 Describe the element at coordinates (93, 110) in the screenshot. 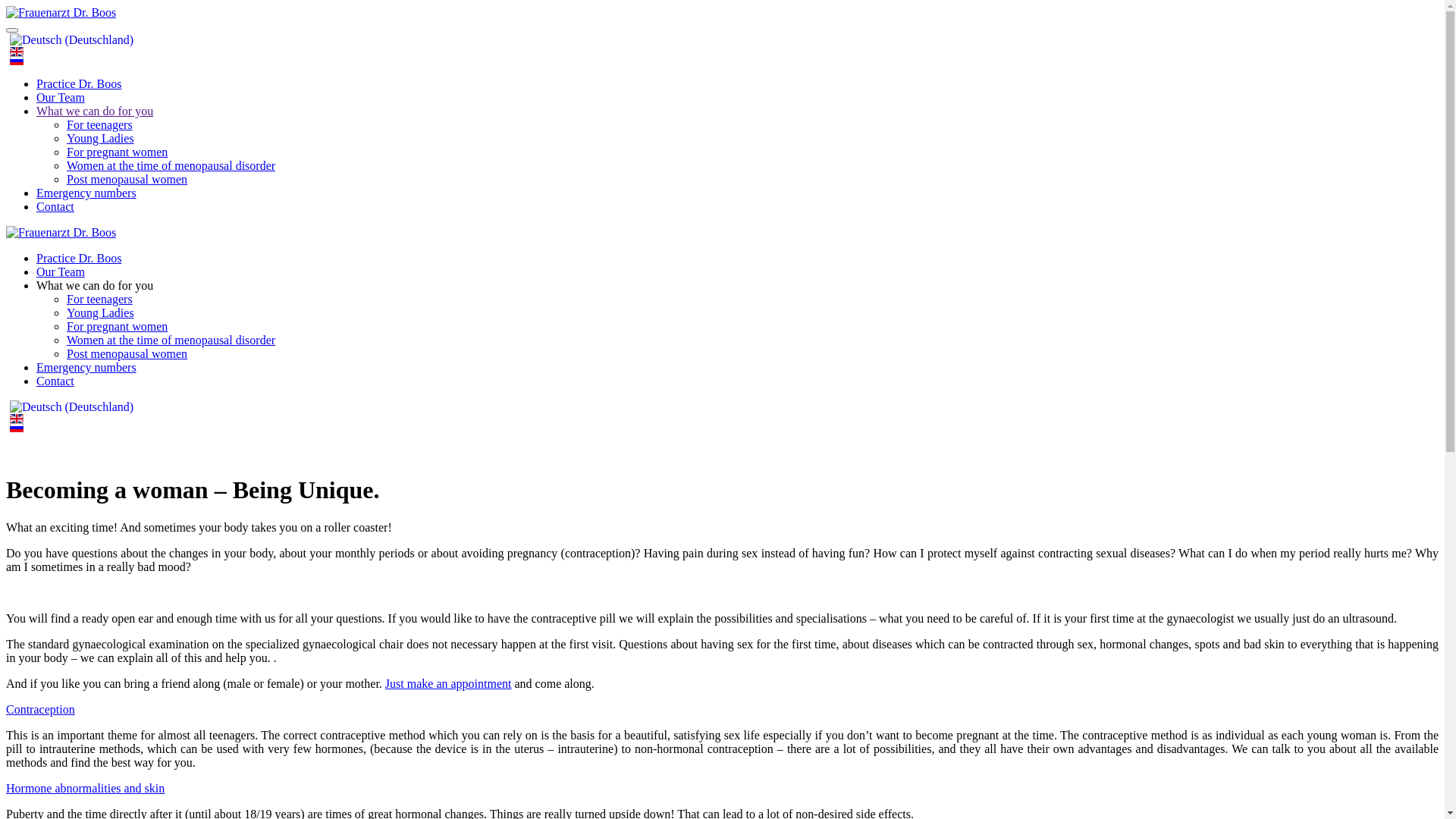

I see `'What we can do for you'` at that location.